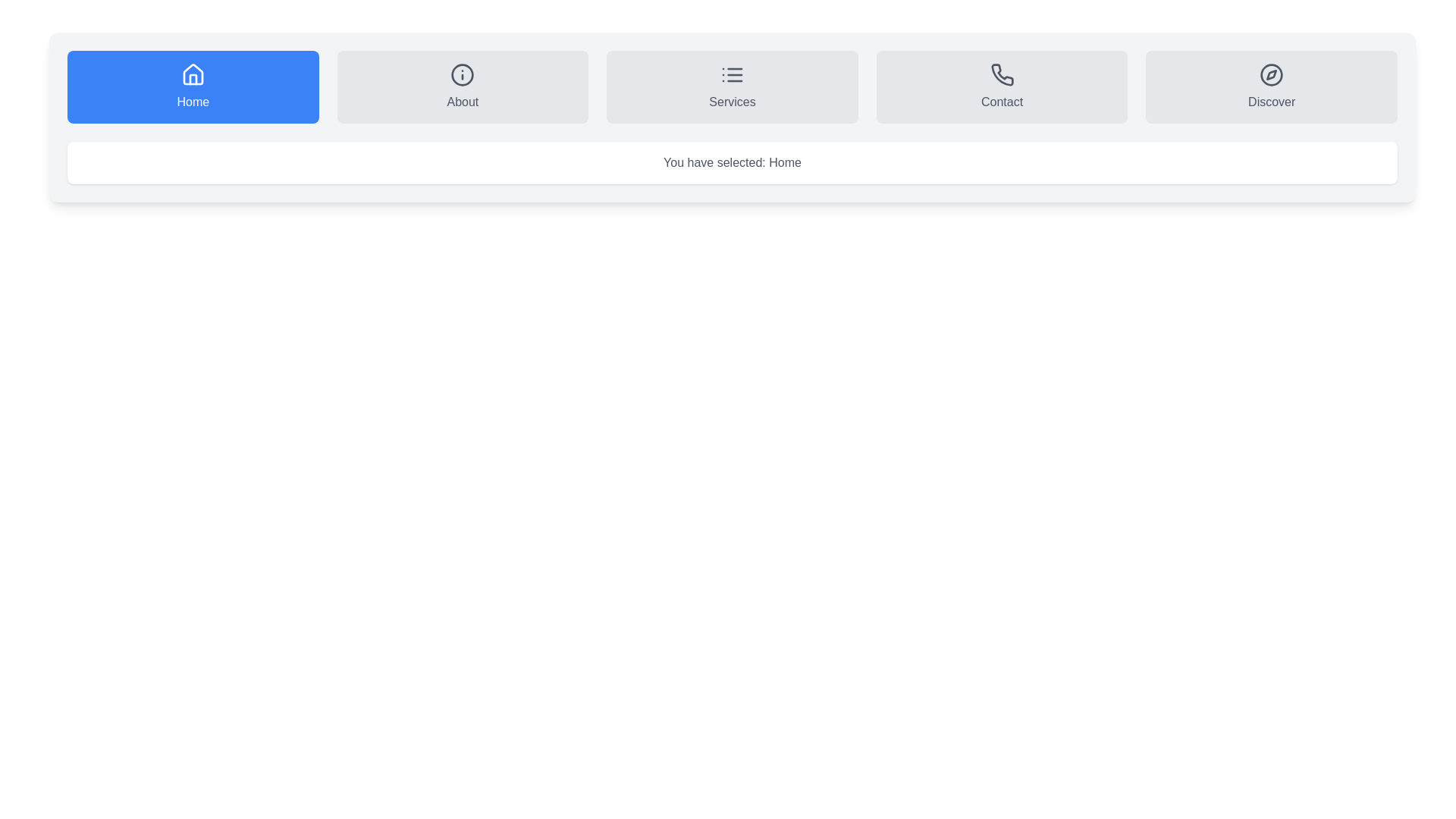 This screenshot has height=819, width=1456. Describe the element at coordinates (732, 87) in the screenshot. I see `the third button in the horizontal navigation bar` at that location.